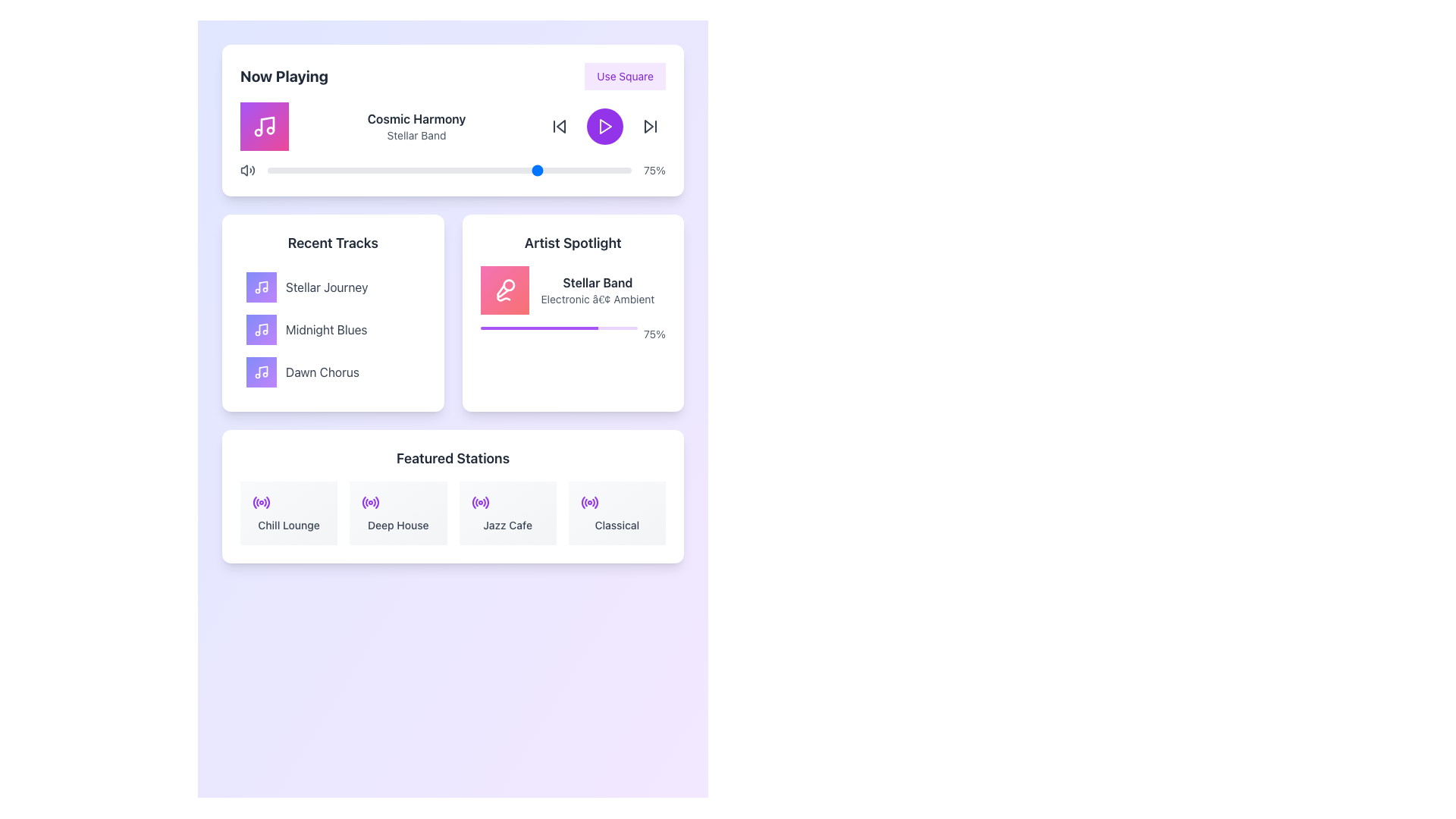  What do you see at coordinates (604, 125) in the screenshot?
I see `the triangular play icon button located in the 'Now Playing' section` at bounding box center [604, 125].